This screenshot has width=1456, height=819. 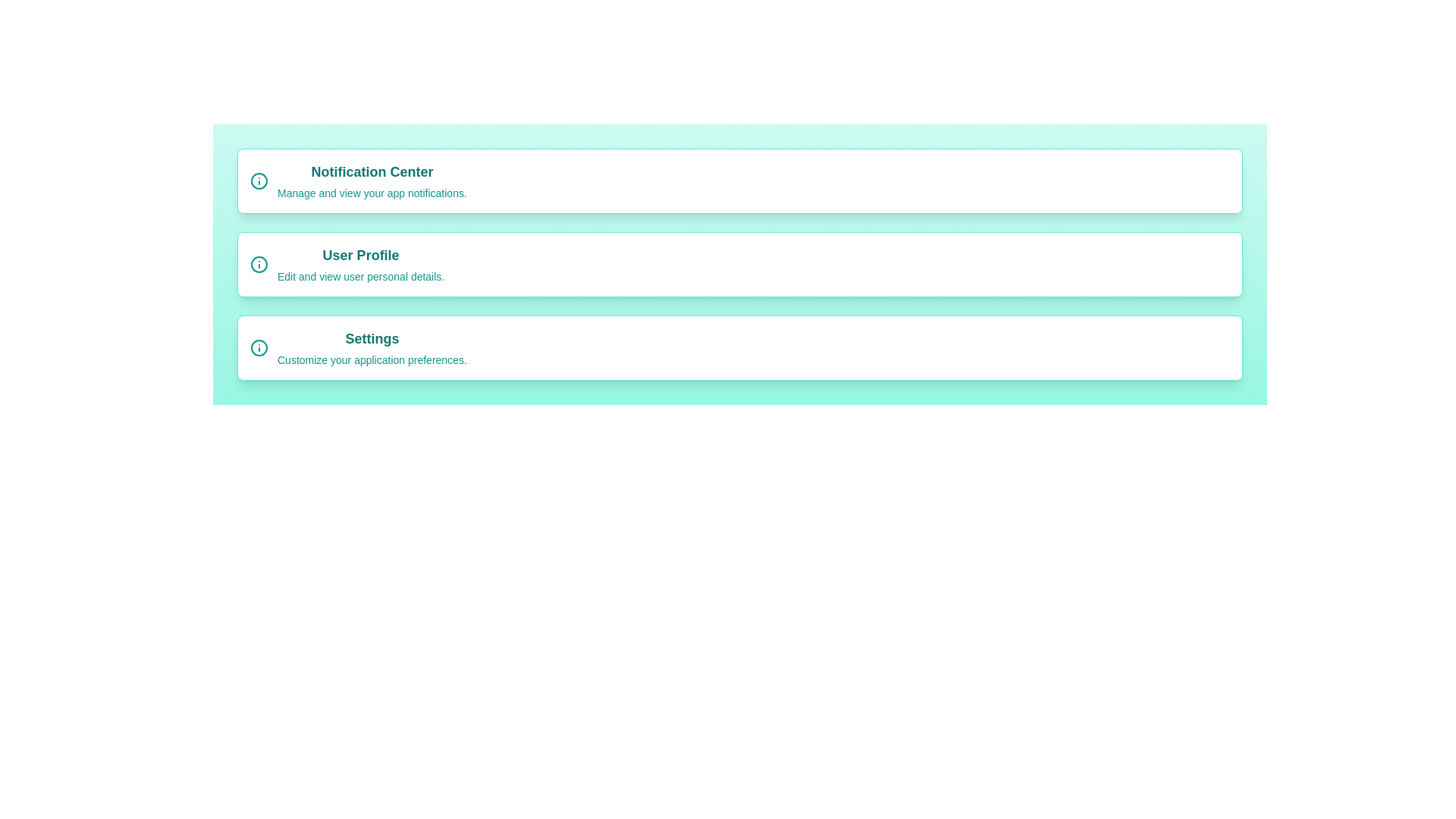 I want to click on the 'User Profile' text block, which features a bold teal title and a lighter teal subtitle, centrally positioned within the second card of a three-card stack, so click(x=360, y=263).